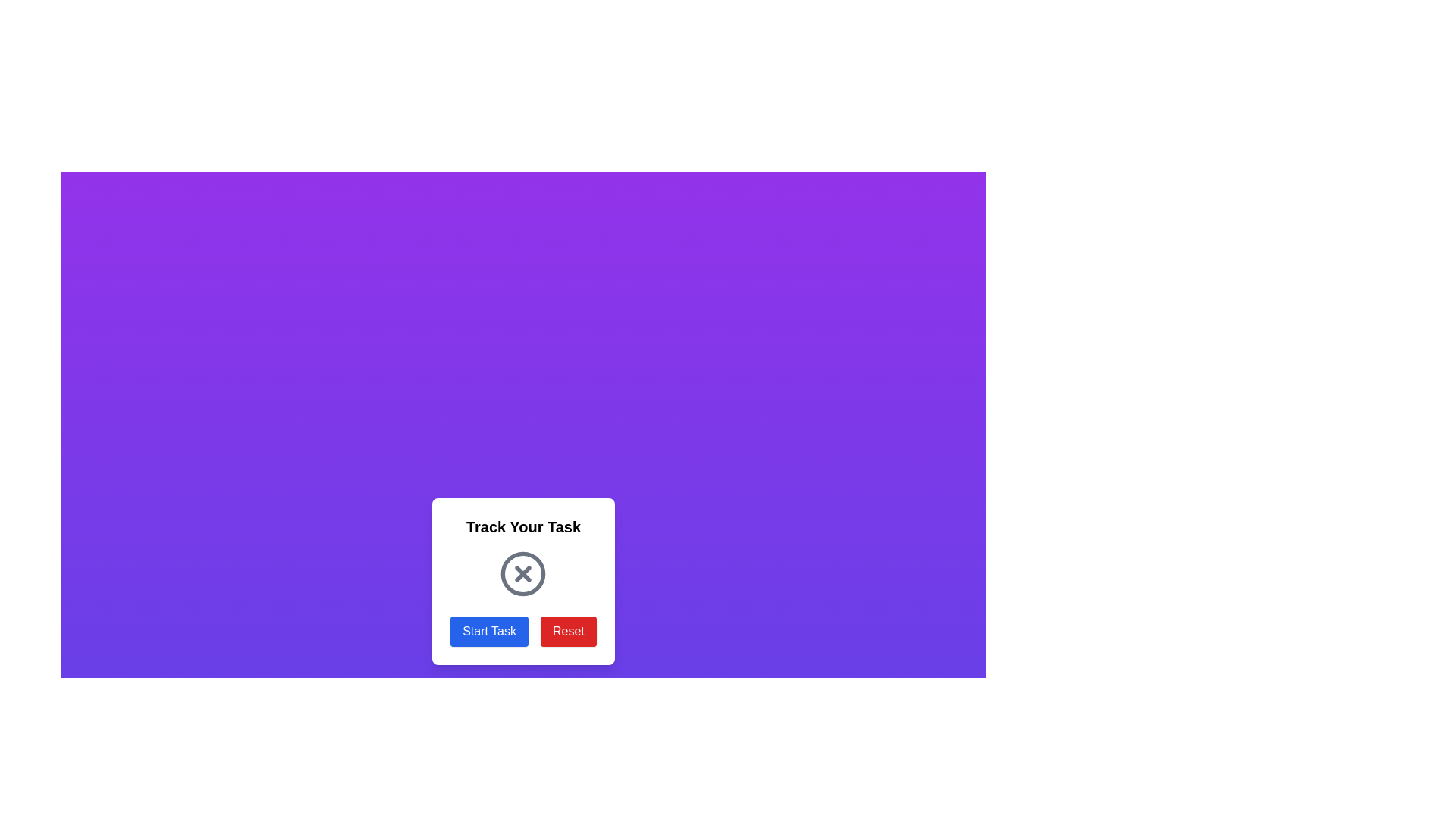 This screenshot has width=1456, height=819. What do you see at coordinates (523, 573) in the screenshot?
I see `the 'X' icon representing the close or cancel functionality located at the center of the circular icon below the text 'Track Your Task'` at bounding box center [523, 573].